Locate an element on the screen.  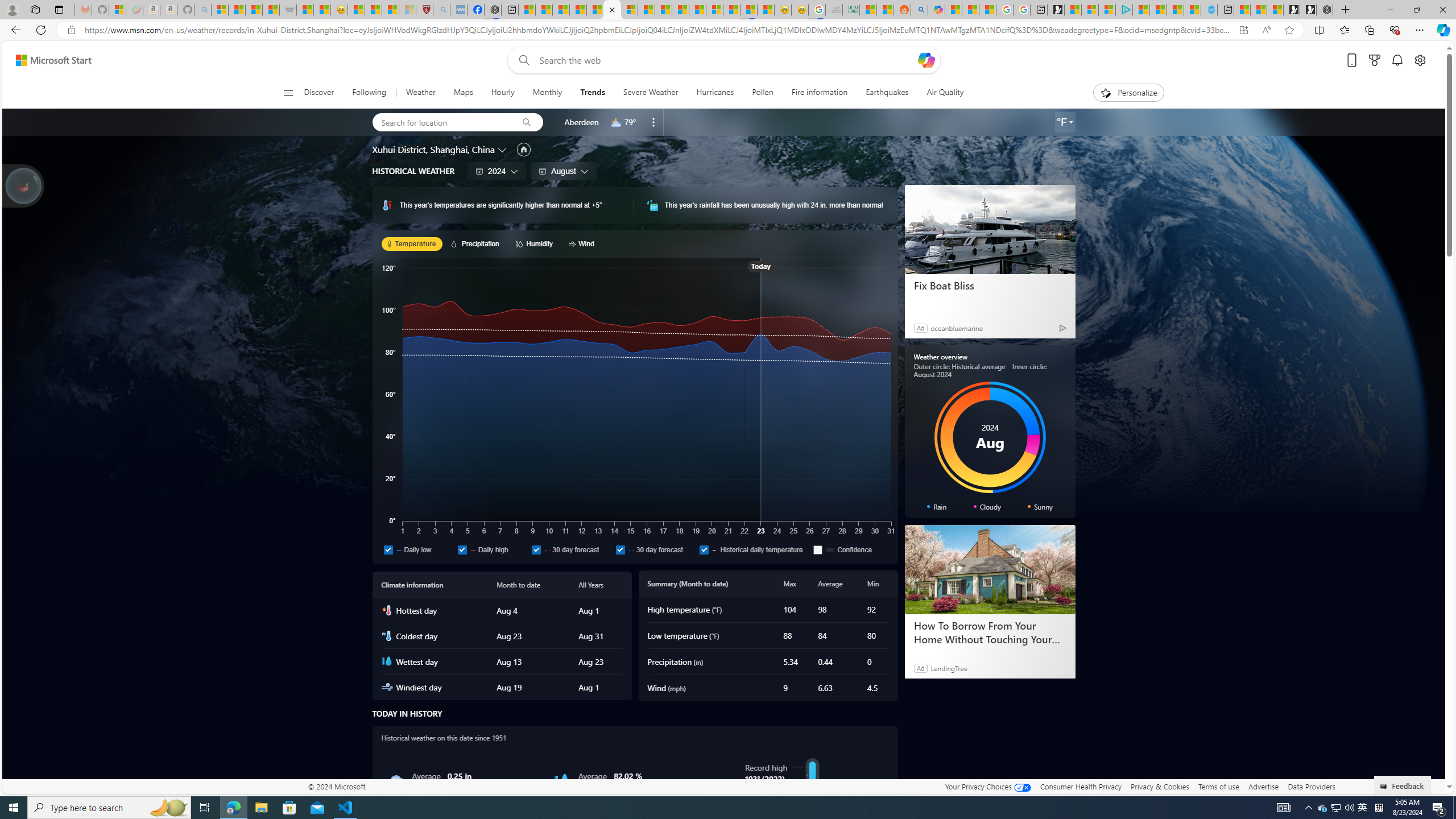
'Terms of use' is located at coordinates (1218, 786).